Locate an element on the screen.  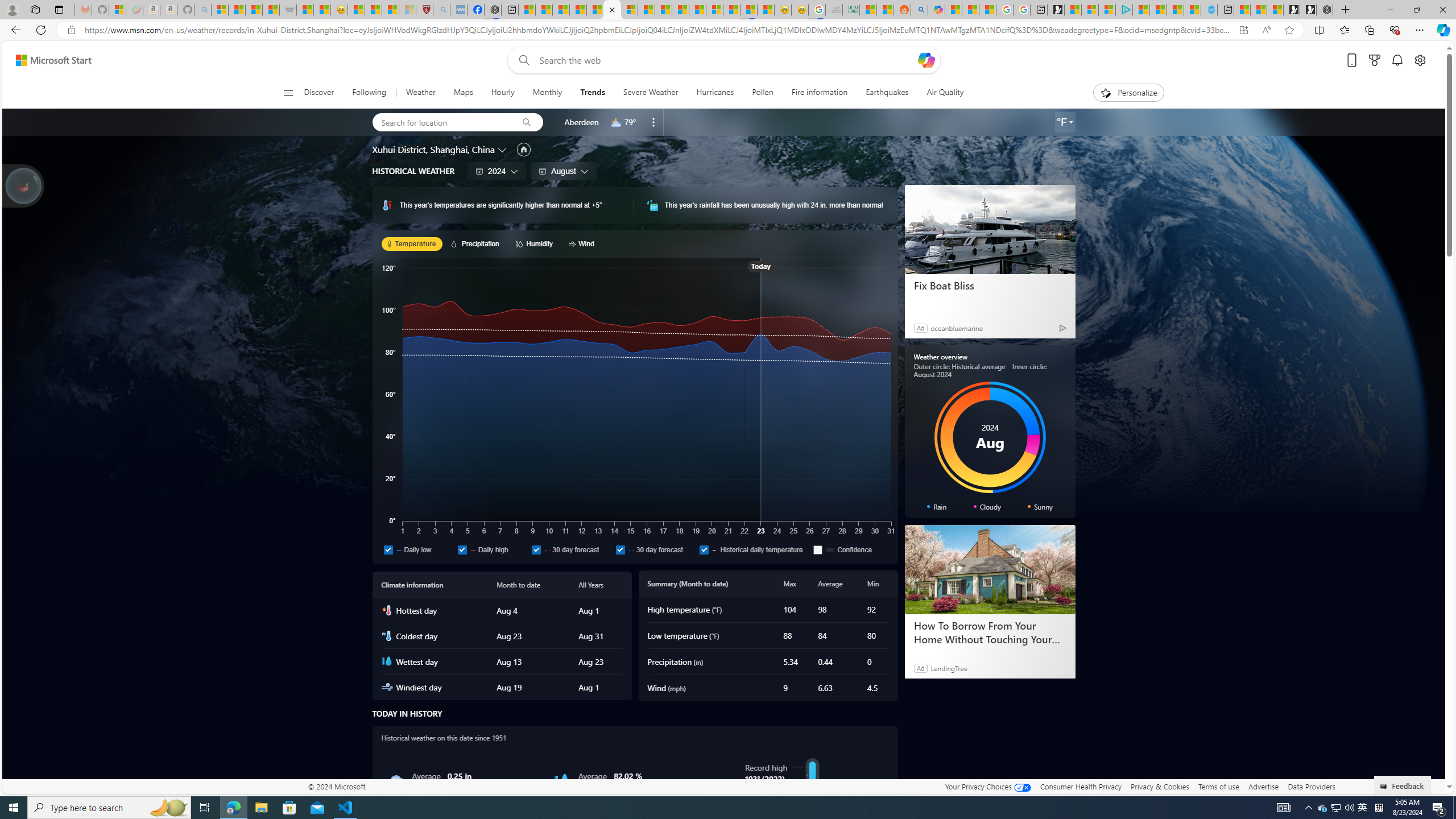
'Terms of use' is located at coordinates (1218, 786).